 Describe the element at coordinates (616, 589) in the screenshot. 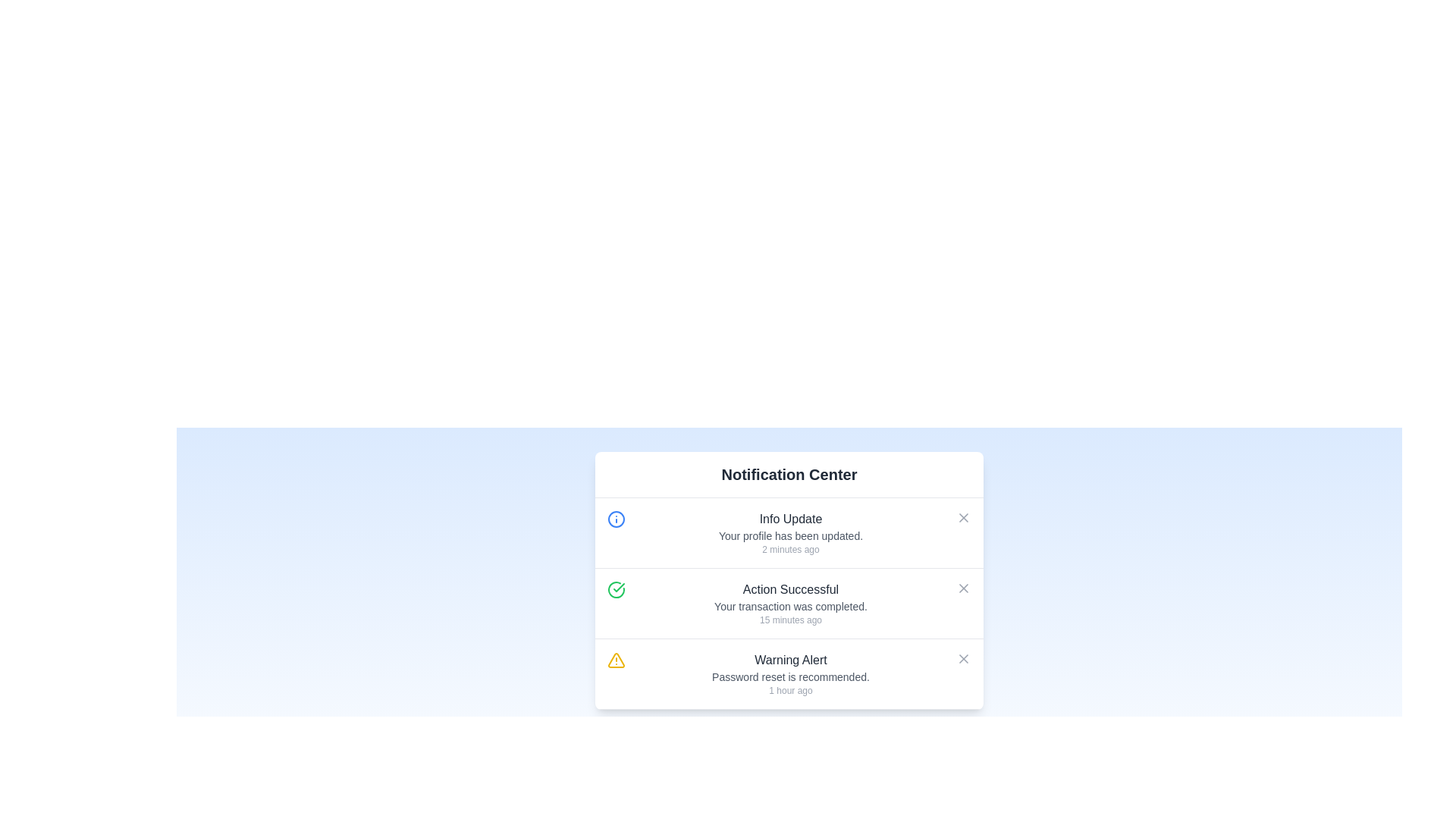

I see `the green circular checkmark icon representing 'Action Successful' within the notification entry` at that location.